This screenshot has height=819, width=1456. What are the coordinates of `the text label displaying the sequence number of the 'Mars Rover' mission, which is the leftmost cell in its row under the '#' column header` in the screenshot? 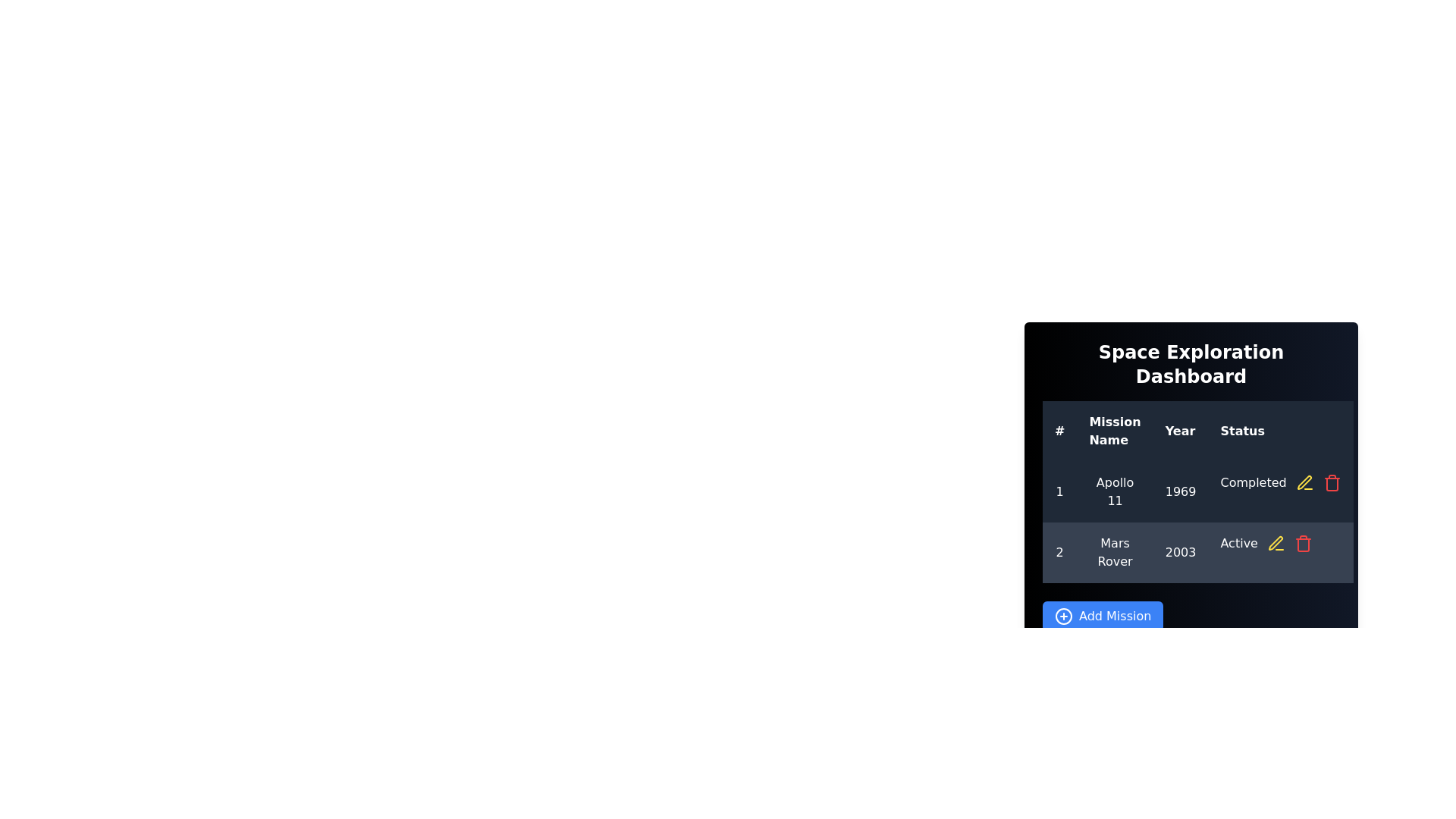 It's located at (1059, 553).